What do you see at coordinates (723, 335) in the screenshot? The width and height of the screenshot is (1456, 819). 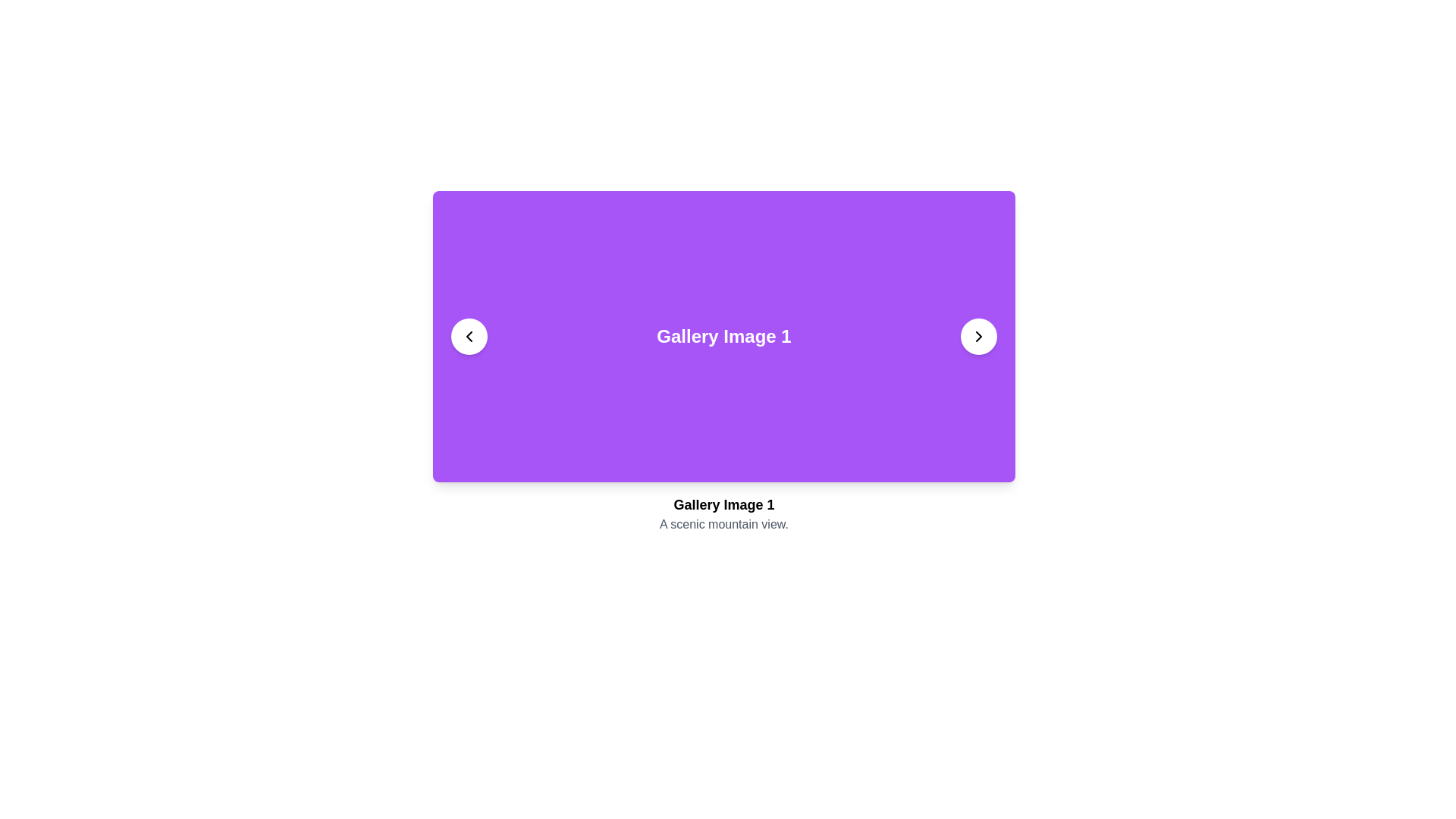 I see `the text label displaying 'Gallery Image 1' which is in bold white font against a vibrant purple background` at bounding box center [723, 335].